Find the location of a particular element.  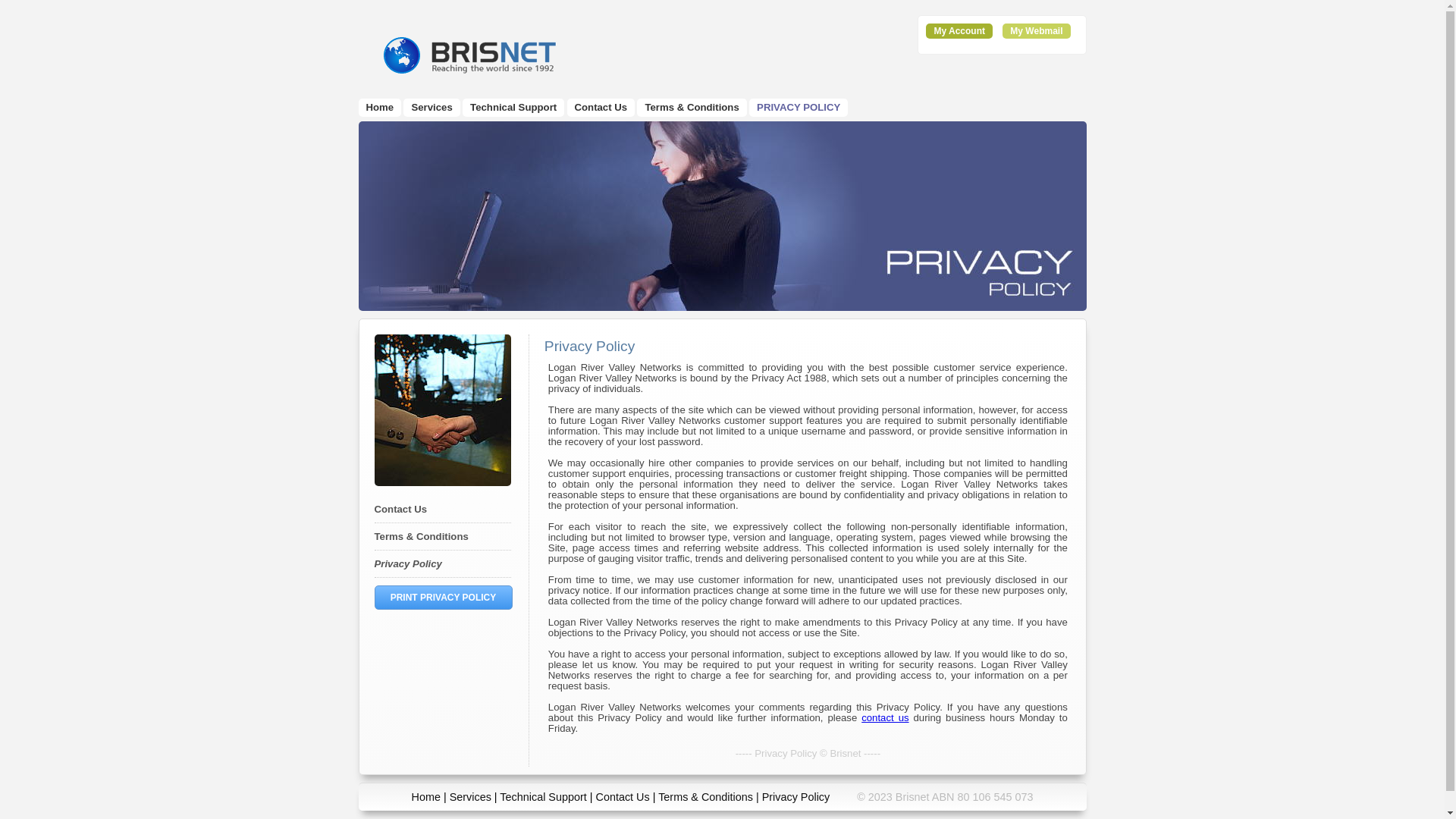

'Brisnet' is located at coordinates (467, 54).